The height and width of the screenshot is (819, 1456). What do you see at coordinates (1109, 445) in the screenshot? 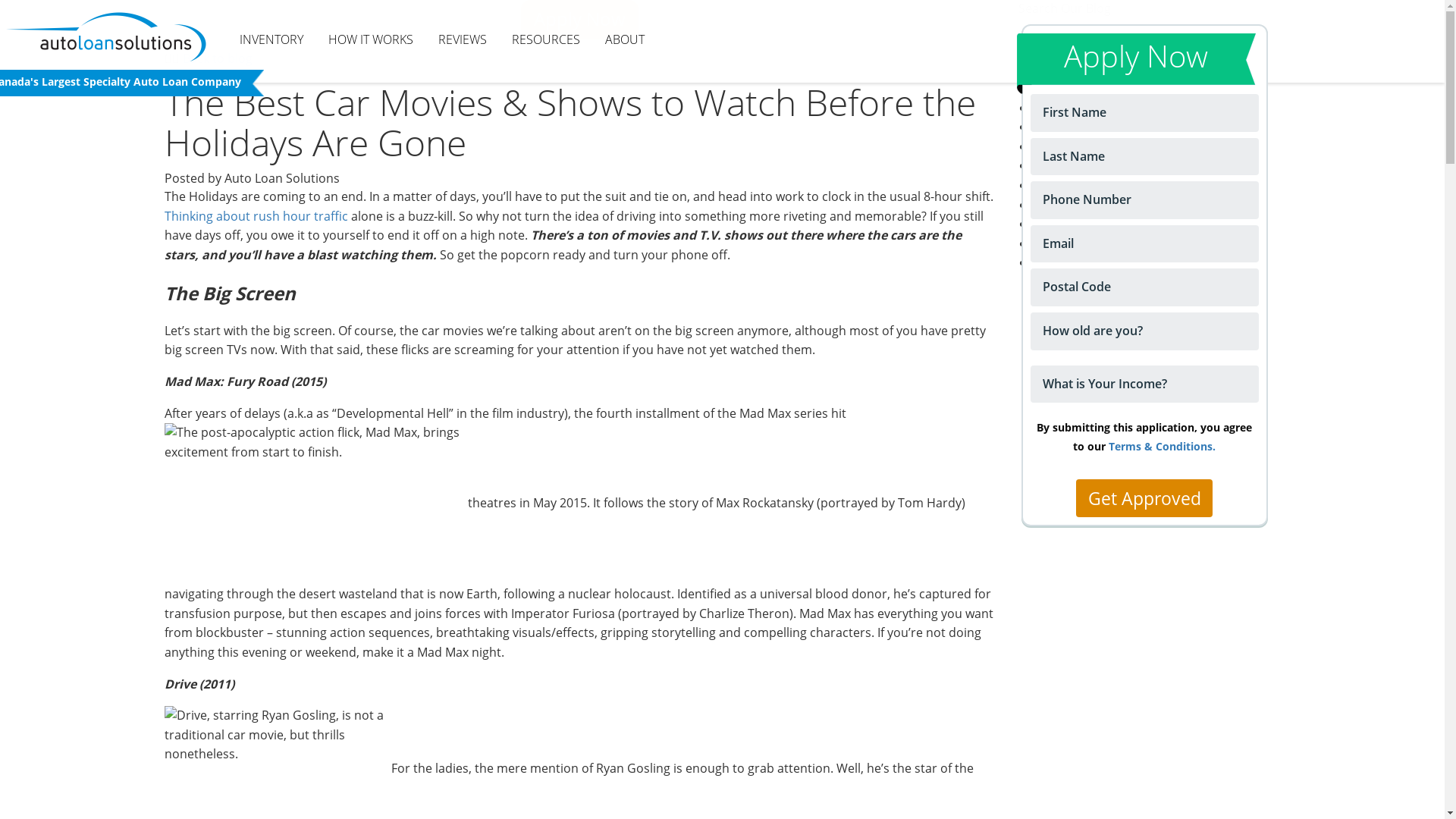
I see `'Terms & Conditions.'` at bounding box center [1109, 445].